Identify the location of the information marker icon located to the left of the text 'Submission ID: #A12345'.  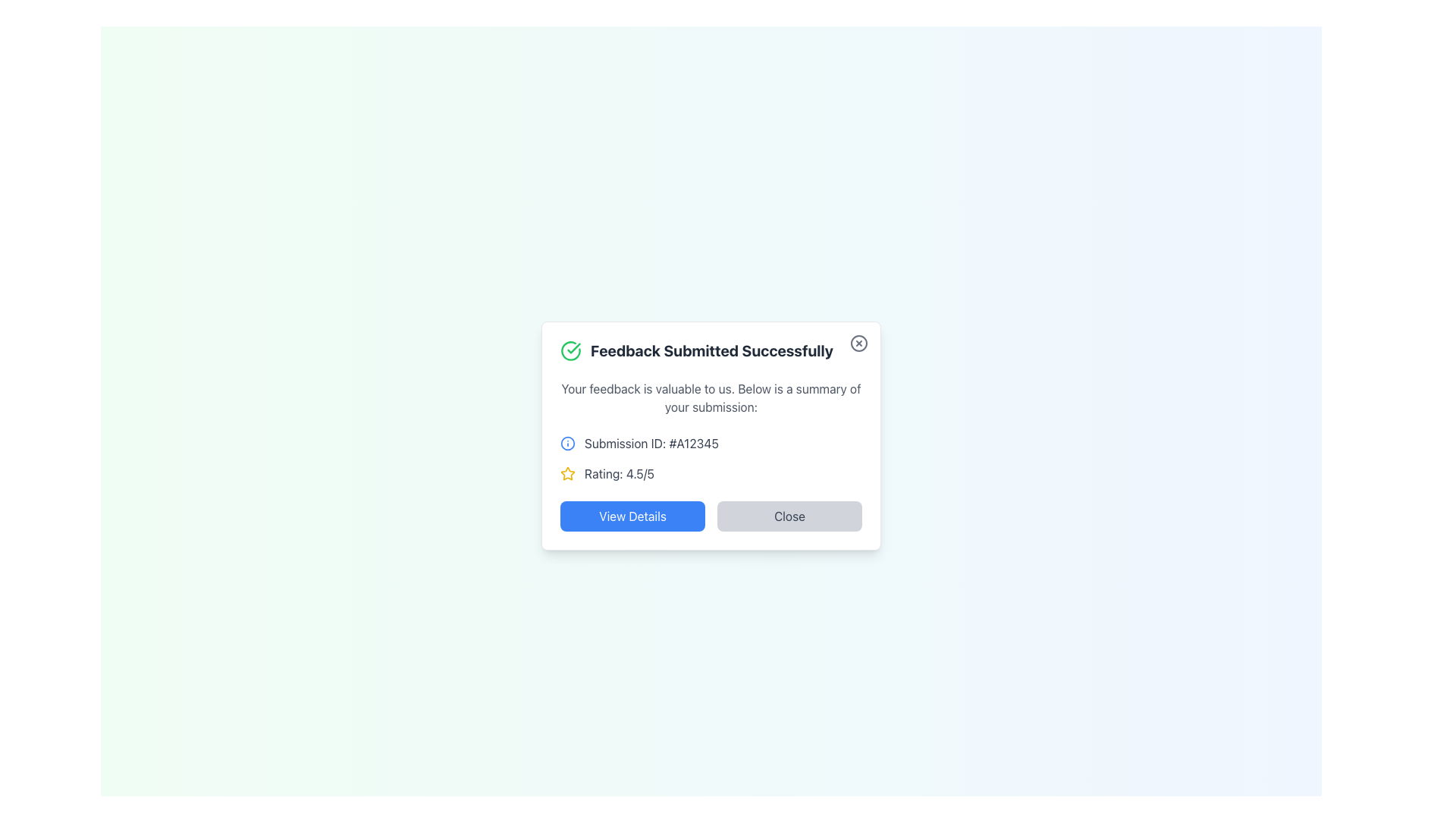
(566, 444).